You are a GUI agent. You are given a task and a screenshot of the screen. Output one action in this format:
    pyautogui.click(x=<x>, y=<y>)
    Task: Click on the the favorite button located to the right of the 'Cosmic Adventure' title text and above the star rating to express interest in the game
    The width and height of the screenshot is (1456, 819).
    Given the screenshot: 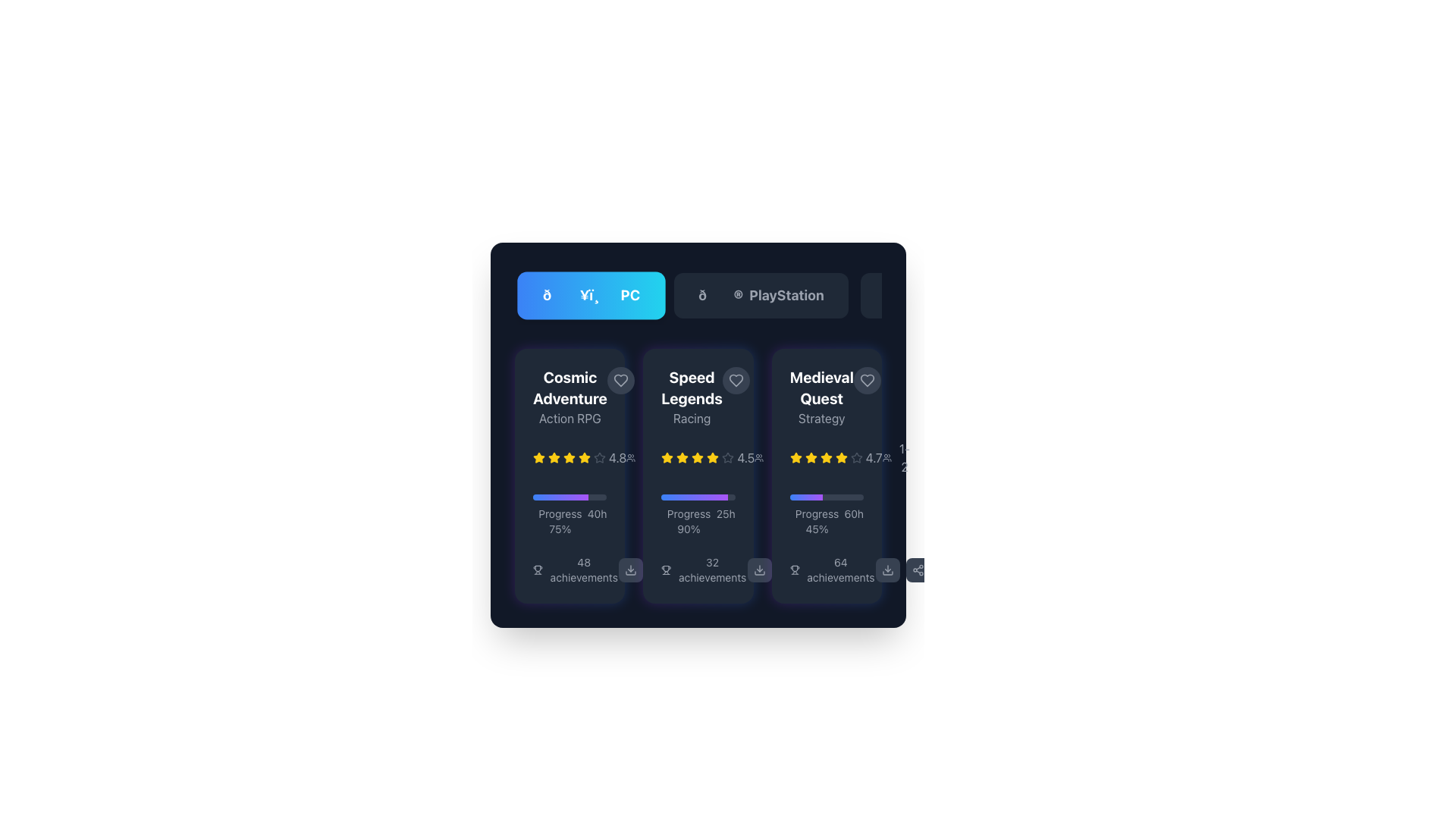 What is the action you would take?
    pyautogui.click(x=620, y=379)
    